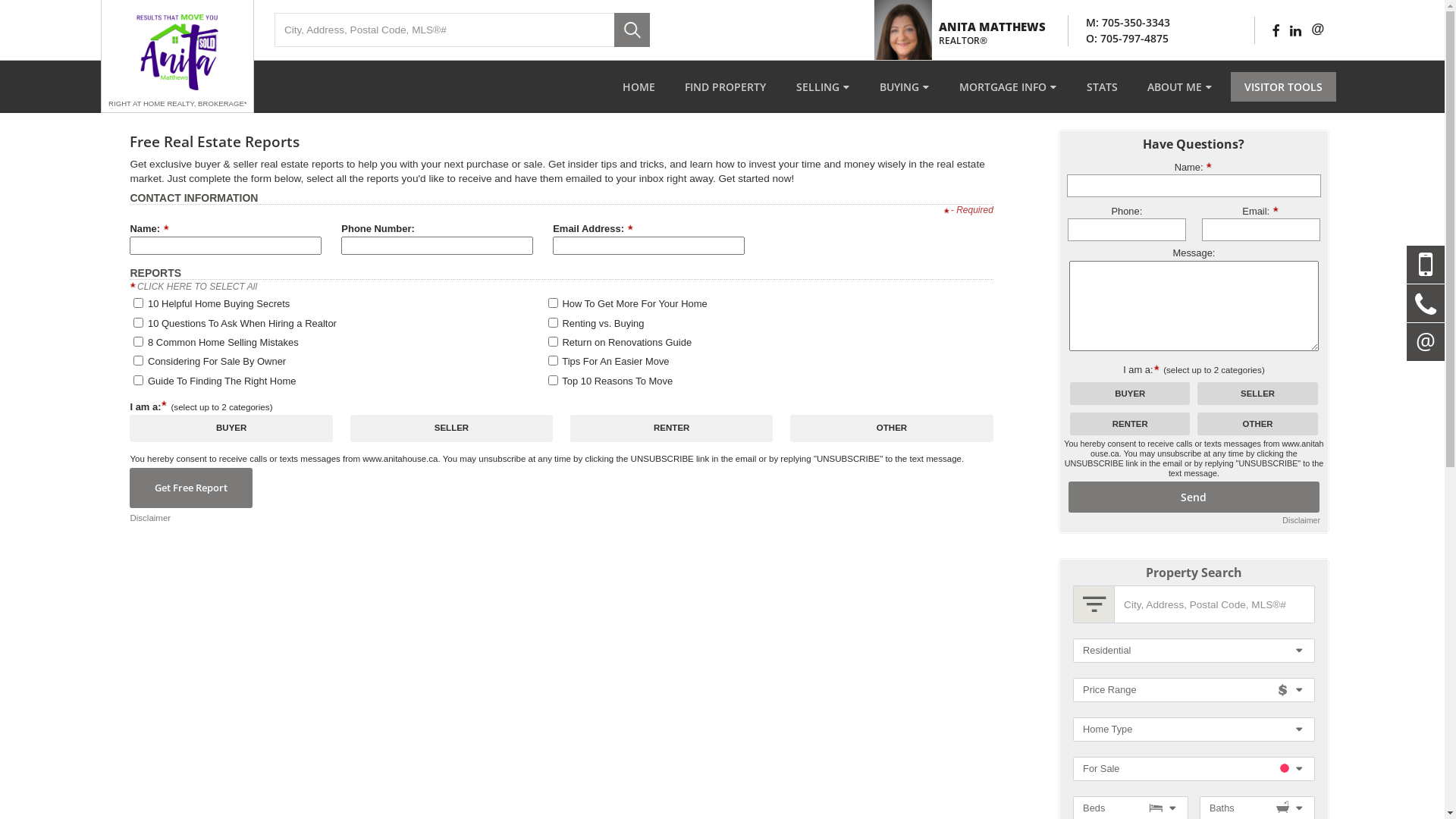 The height and width of the screenshot is (819, 1456). What do you see at coordinates (1102, 22) in the screenshot?
I see `'705-350-3343'` at bounding box center [1102, 22].